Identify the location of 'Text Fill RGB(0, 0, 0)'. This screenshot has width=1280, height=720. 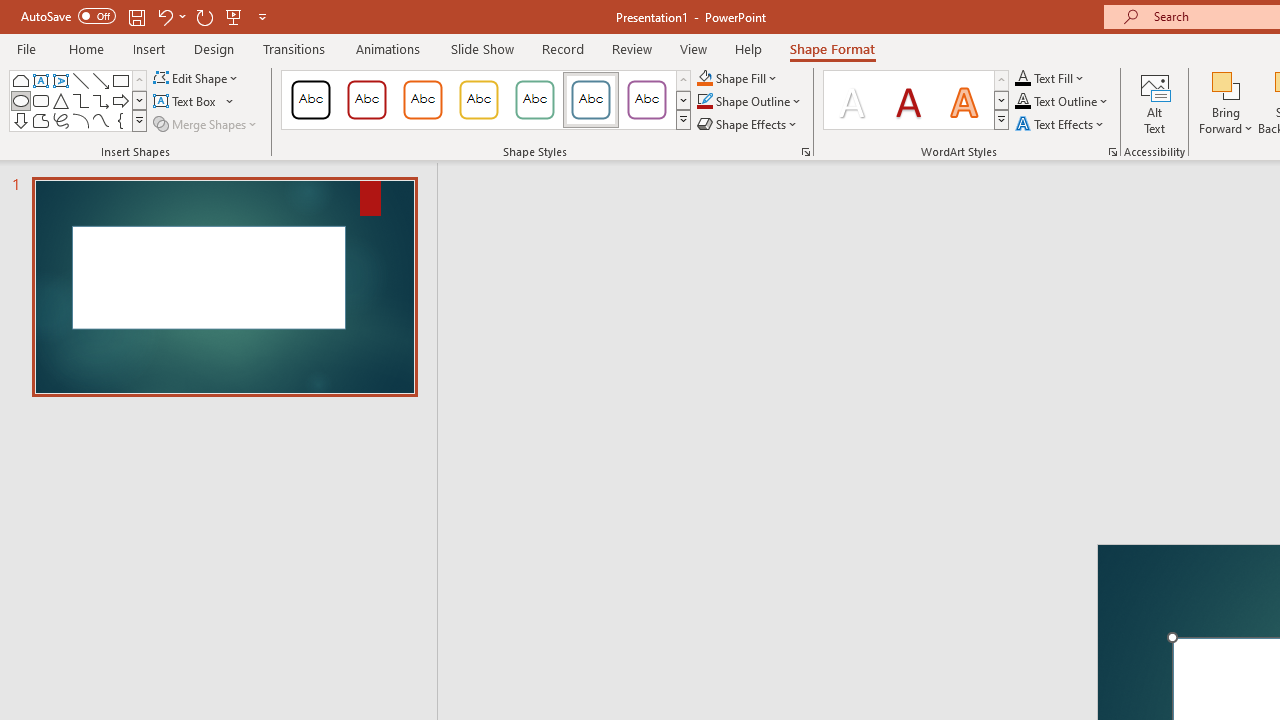
(1023, 77).